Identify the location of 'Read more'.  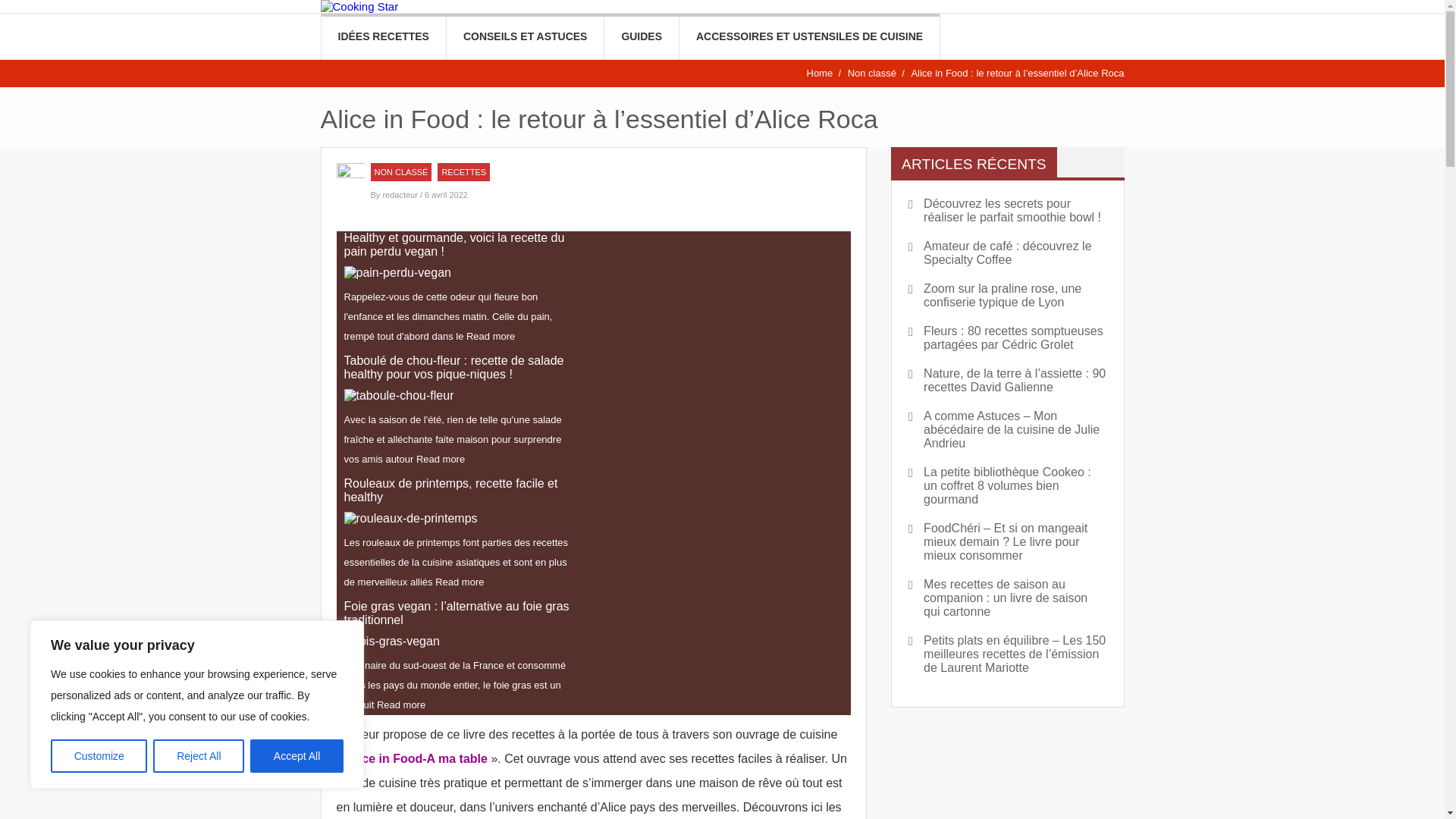
(458, 581).